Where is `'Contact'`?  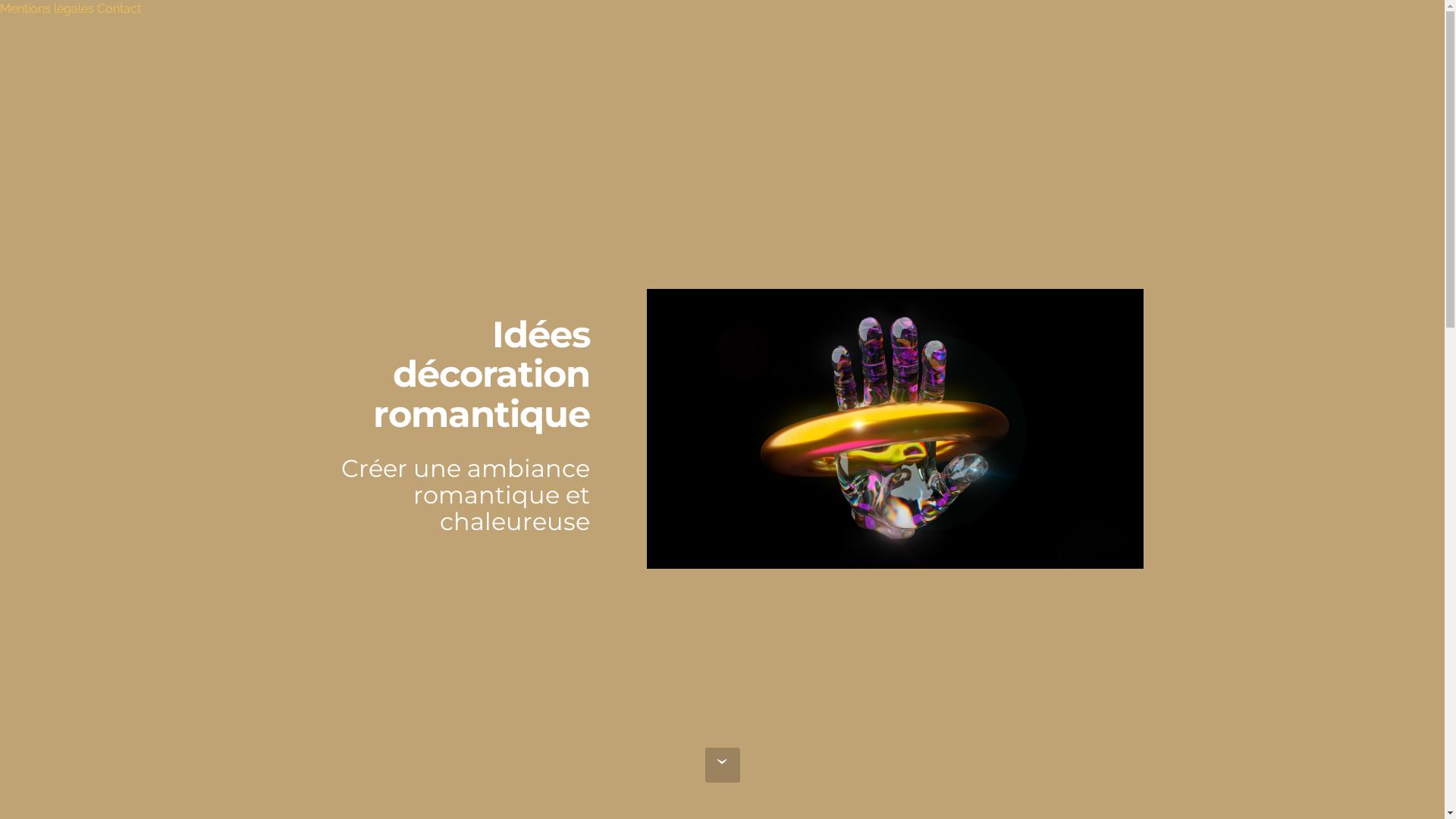
'Contact' is located at coordinates (118, 8).